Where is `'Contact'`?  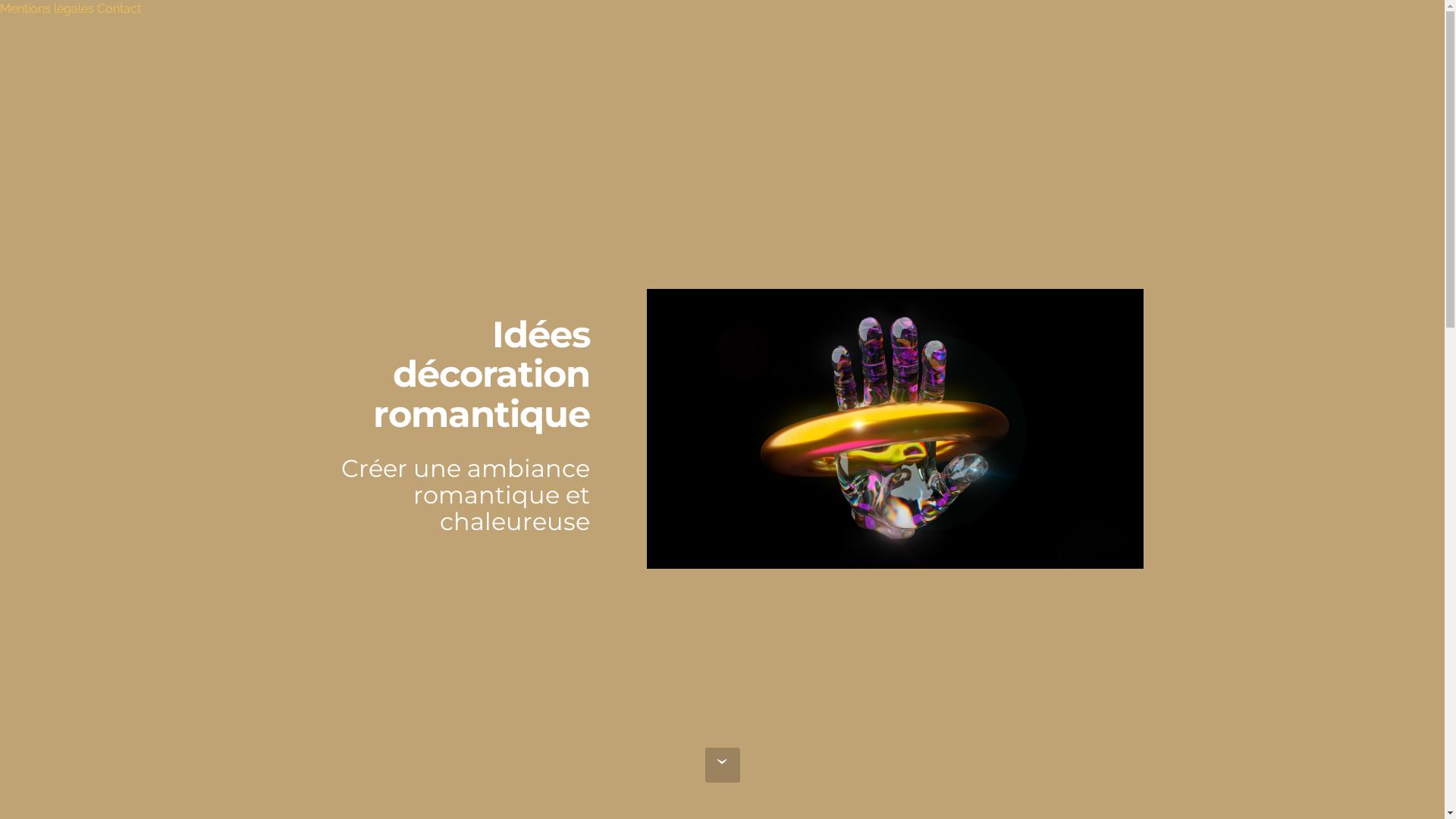
'Contact' is located at coordinates (118, 8).